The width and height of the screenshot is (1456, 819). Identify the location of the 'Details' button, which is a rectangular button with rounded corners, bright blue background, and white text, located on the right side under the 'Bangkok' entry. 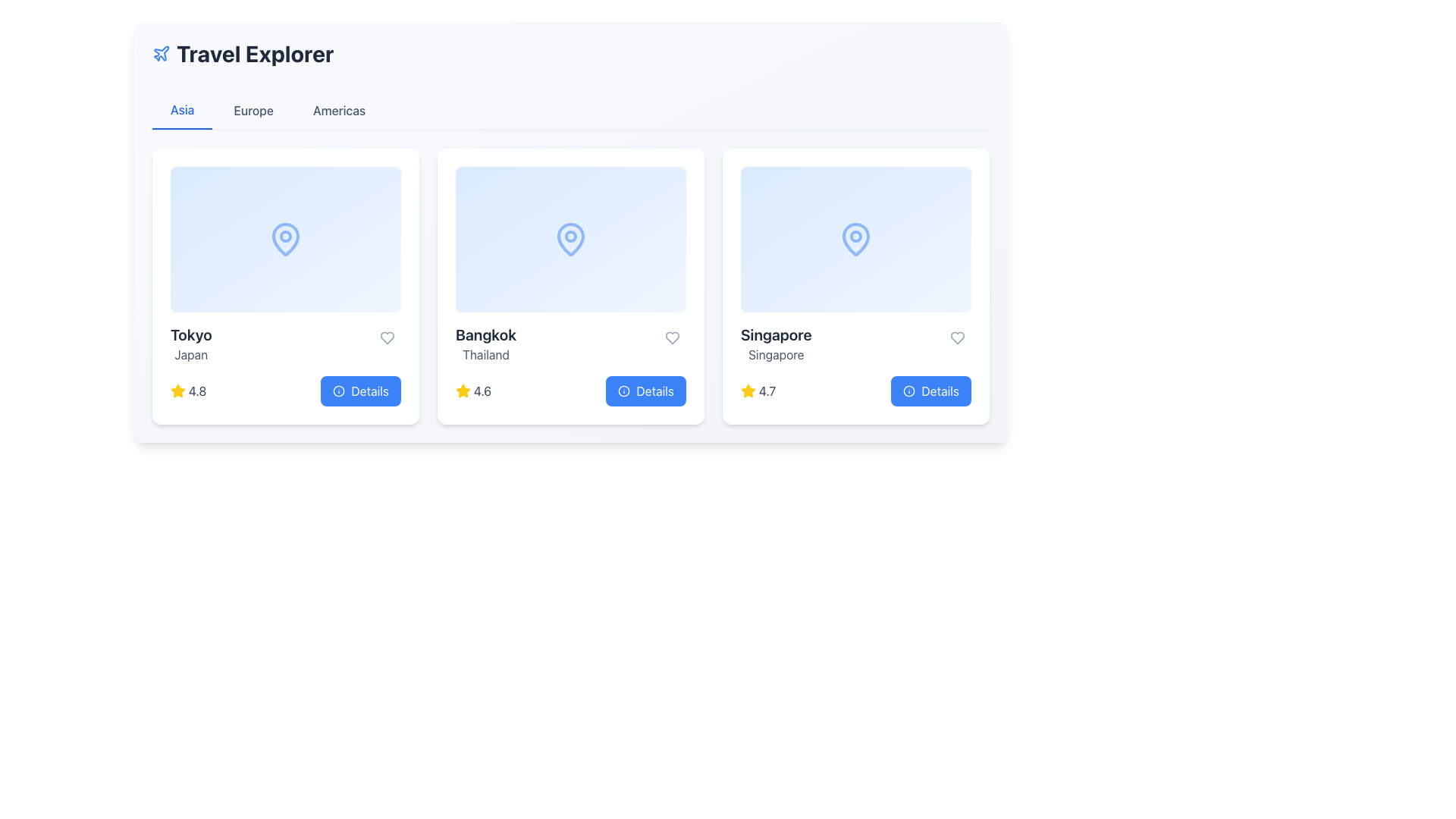
(646, 391).